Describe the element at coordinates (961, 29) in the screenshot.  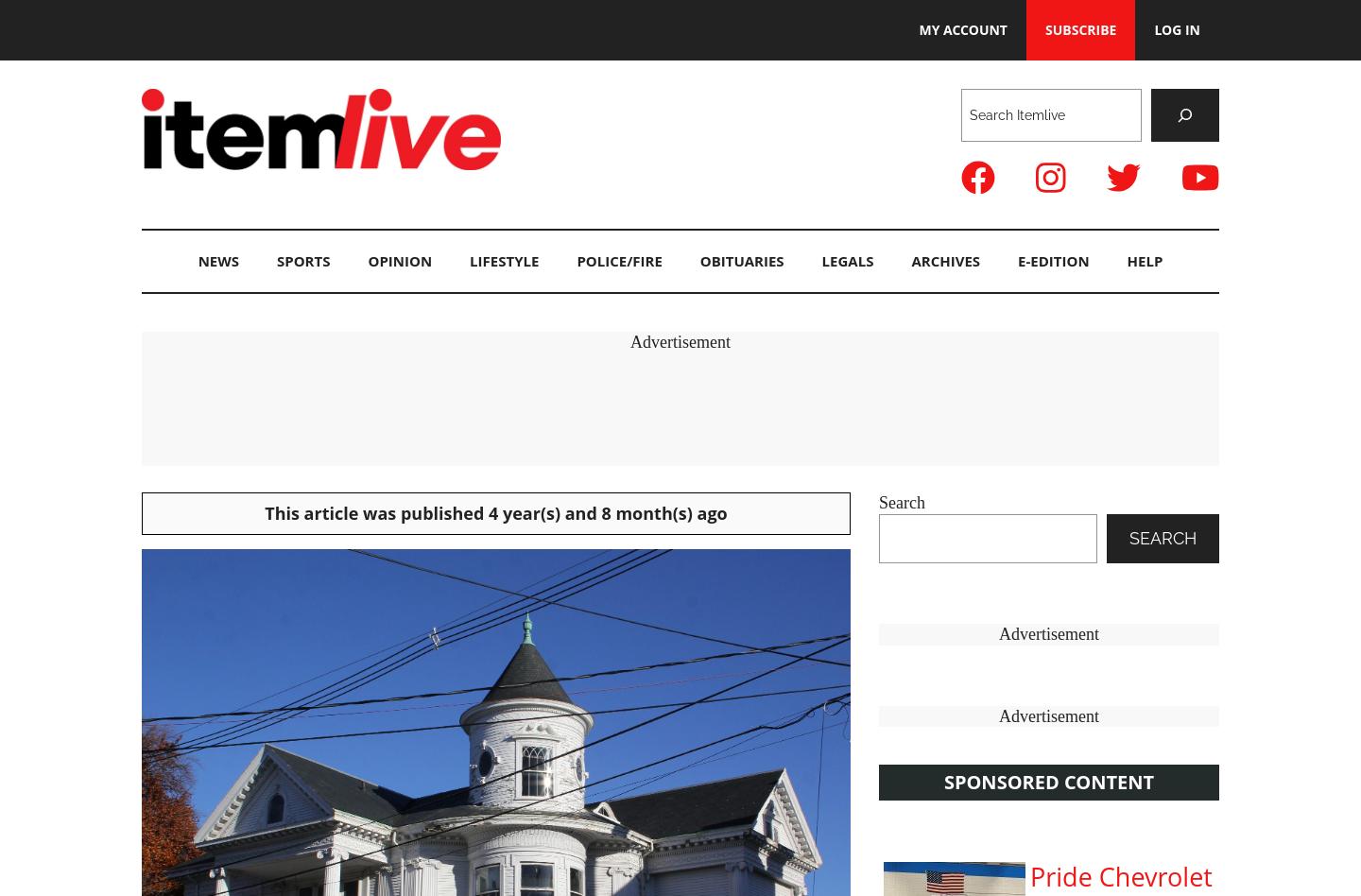
I see `'My Account'` at that location.